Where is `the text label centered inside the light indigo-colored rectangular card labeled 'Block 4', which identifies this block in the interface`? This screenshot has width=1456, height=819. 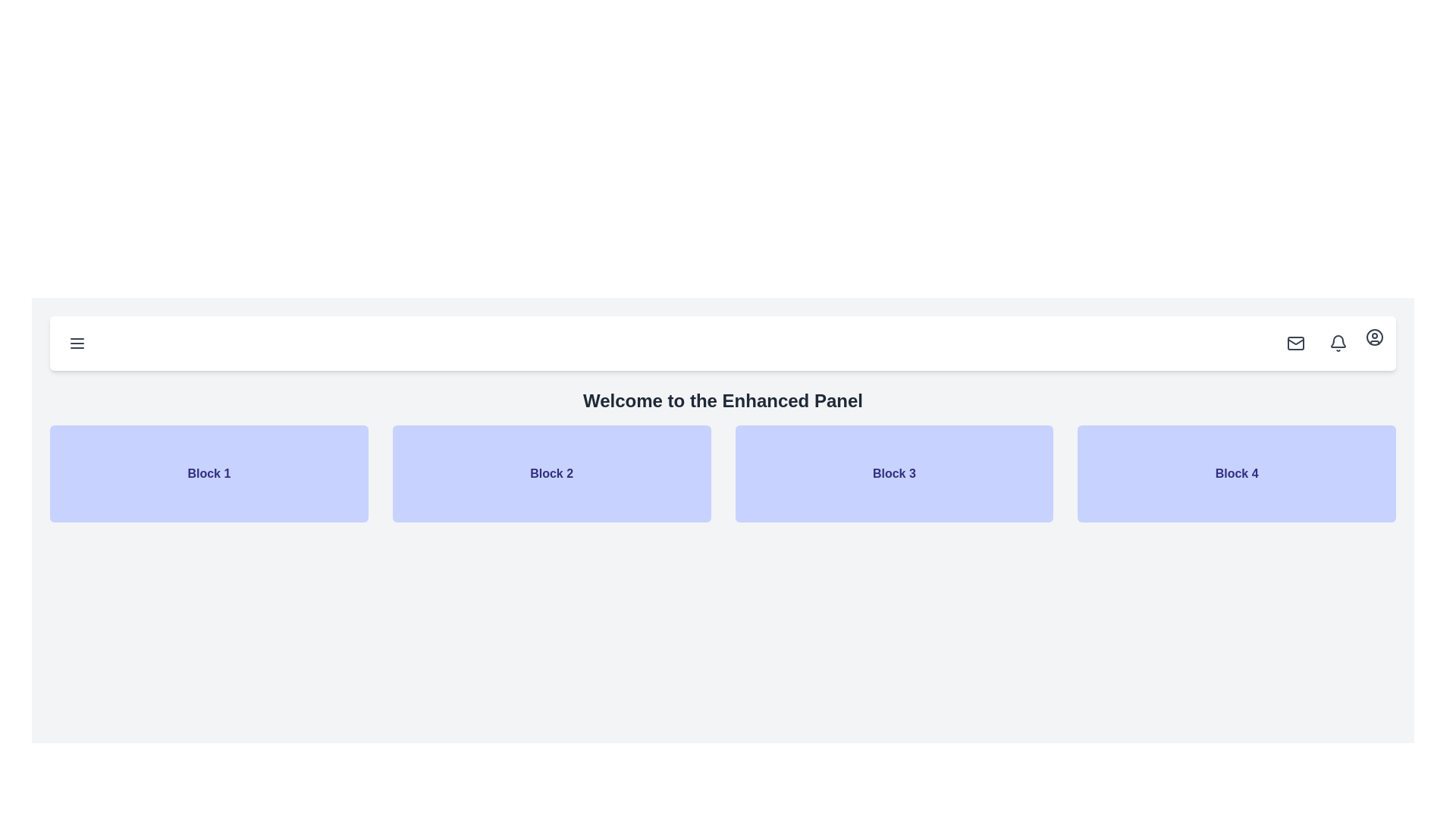
the text label centered inside the light indigo-colored rectangular card labeled 'Block 4', which identifies this block in the interface is located at coordinates (1237, 472).